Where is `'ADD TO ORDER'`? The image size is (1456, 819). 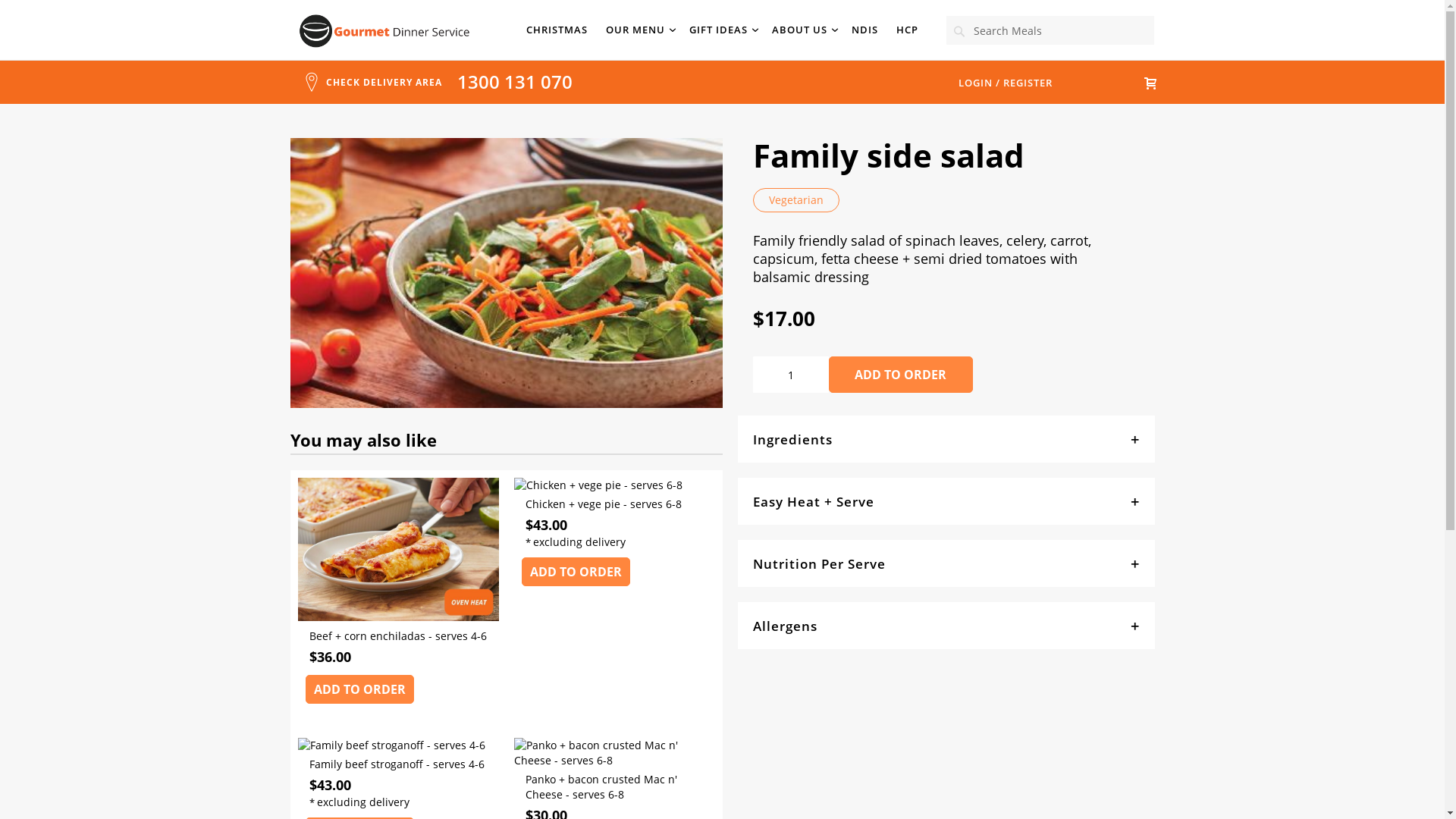
'ADD TO ORDER' is located at coordinates (899, 374).